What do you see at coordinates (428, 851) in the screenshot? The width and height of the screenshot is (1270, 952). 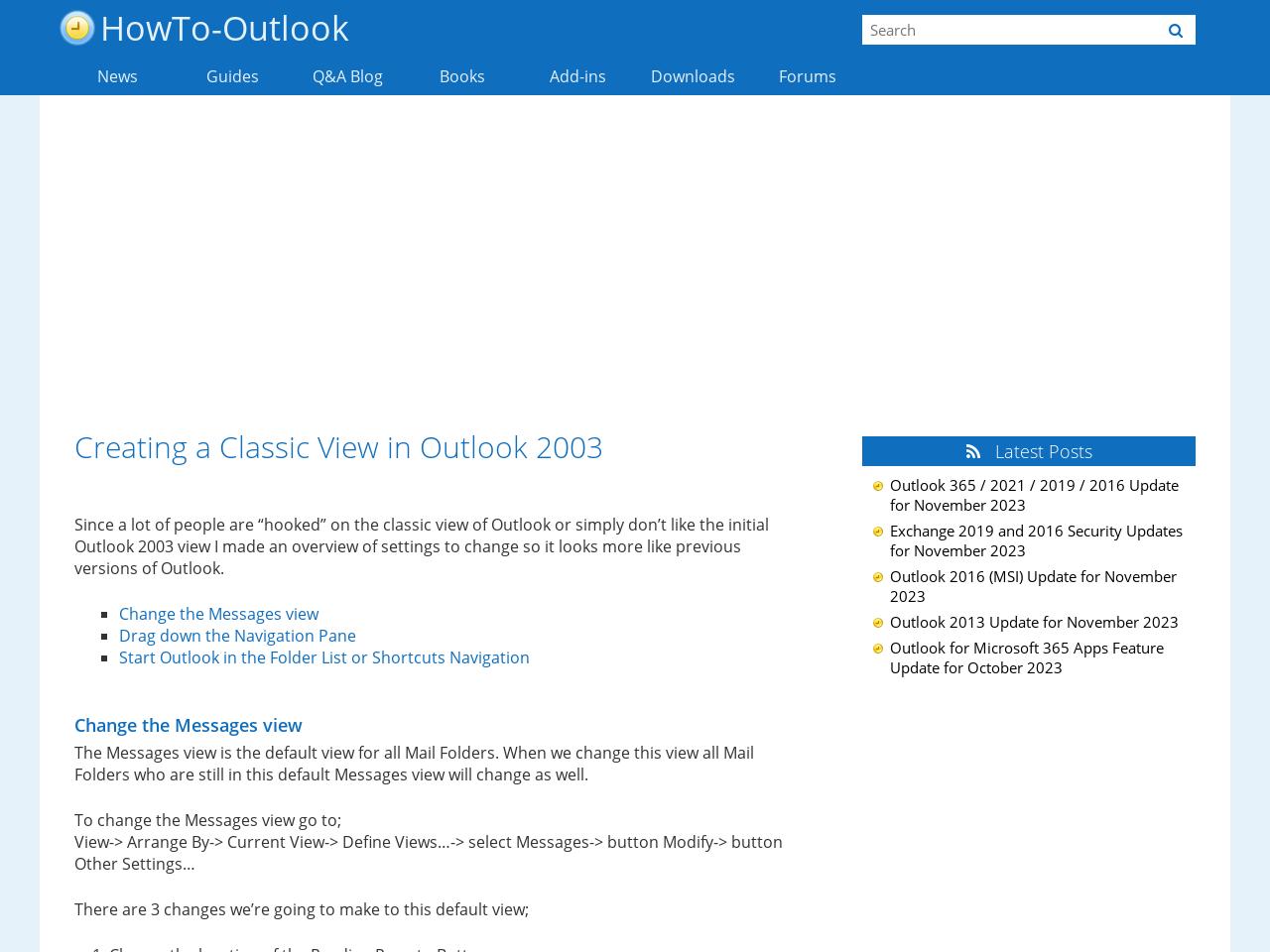 I see `'View-> Arrange By-> Current View-> Define Views…-> select Messages-> button Modify-> button Other Settings…'` at bounding box center [428, 851].